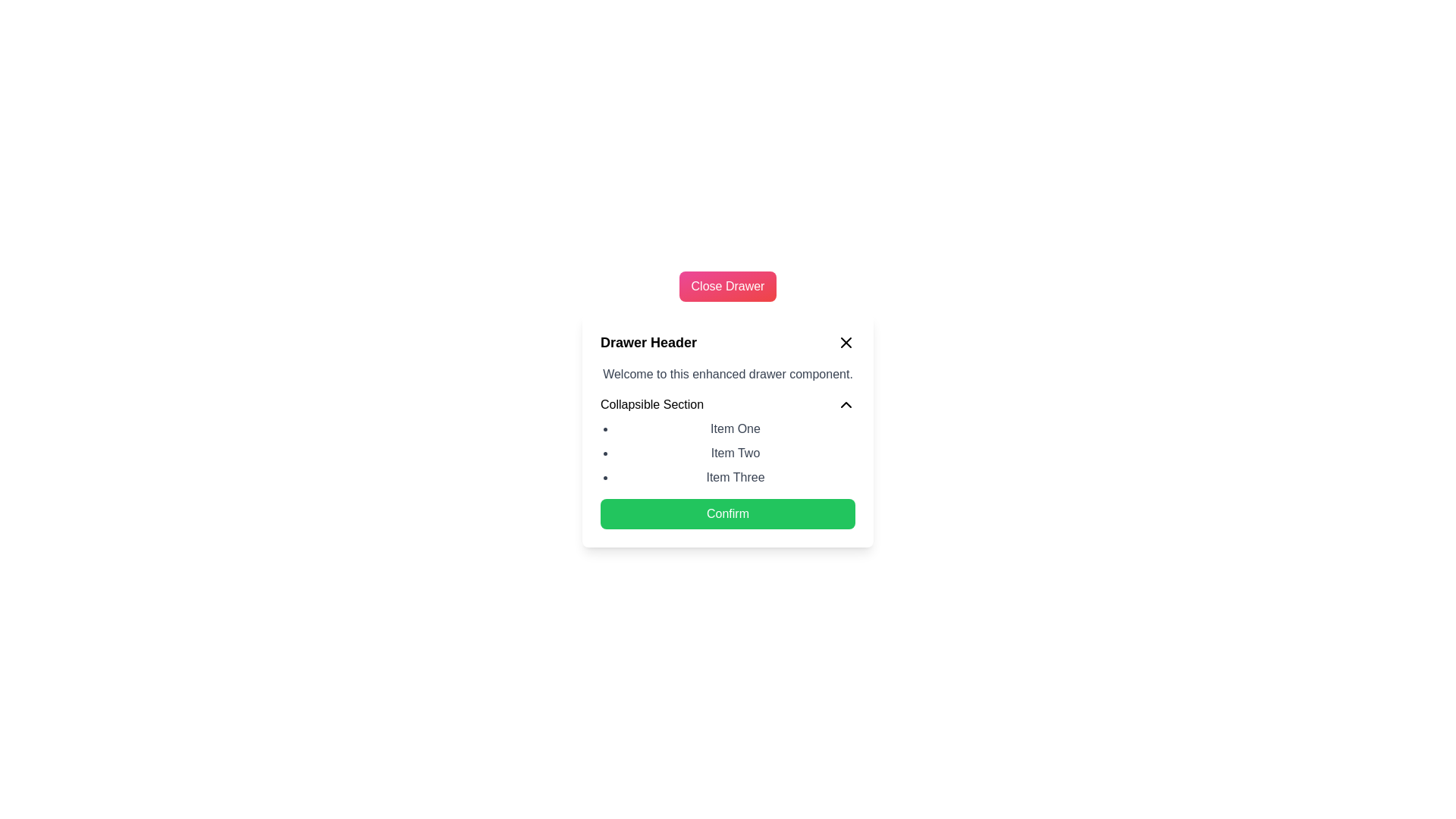 The width and height of the screenshot is (1456, 819). I want to click on 'Item One' from the collapsible section labeled 'Collapsible Section' within the drawer interface, so click(728, 441).